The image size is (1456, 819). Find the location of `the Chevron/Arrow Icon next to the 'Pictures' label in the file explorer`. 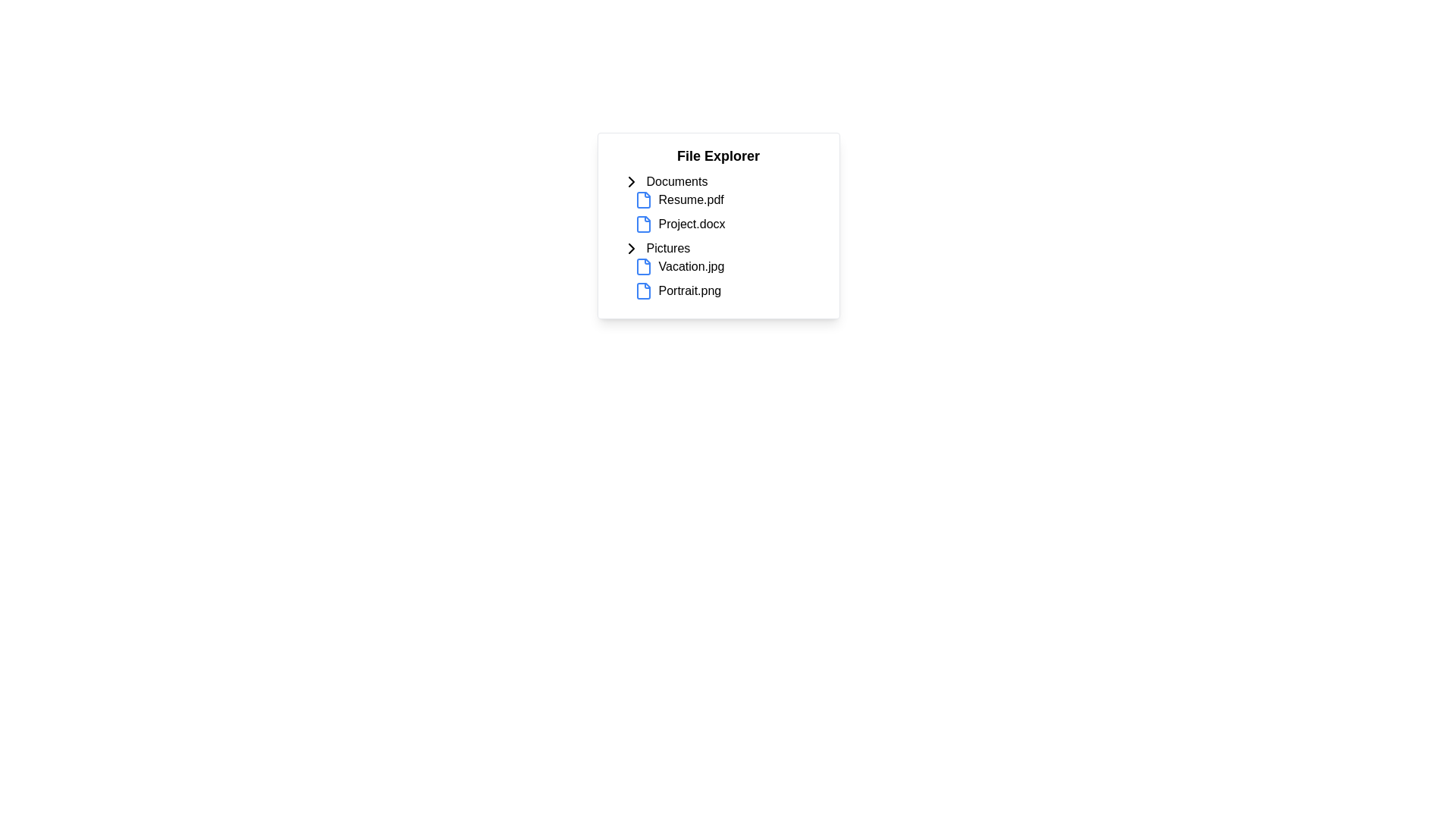

the Chevron/Arrow Icon next to the 'Pictures' label in the file explorer is located at coordinates (631, 247).